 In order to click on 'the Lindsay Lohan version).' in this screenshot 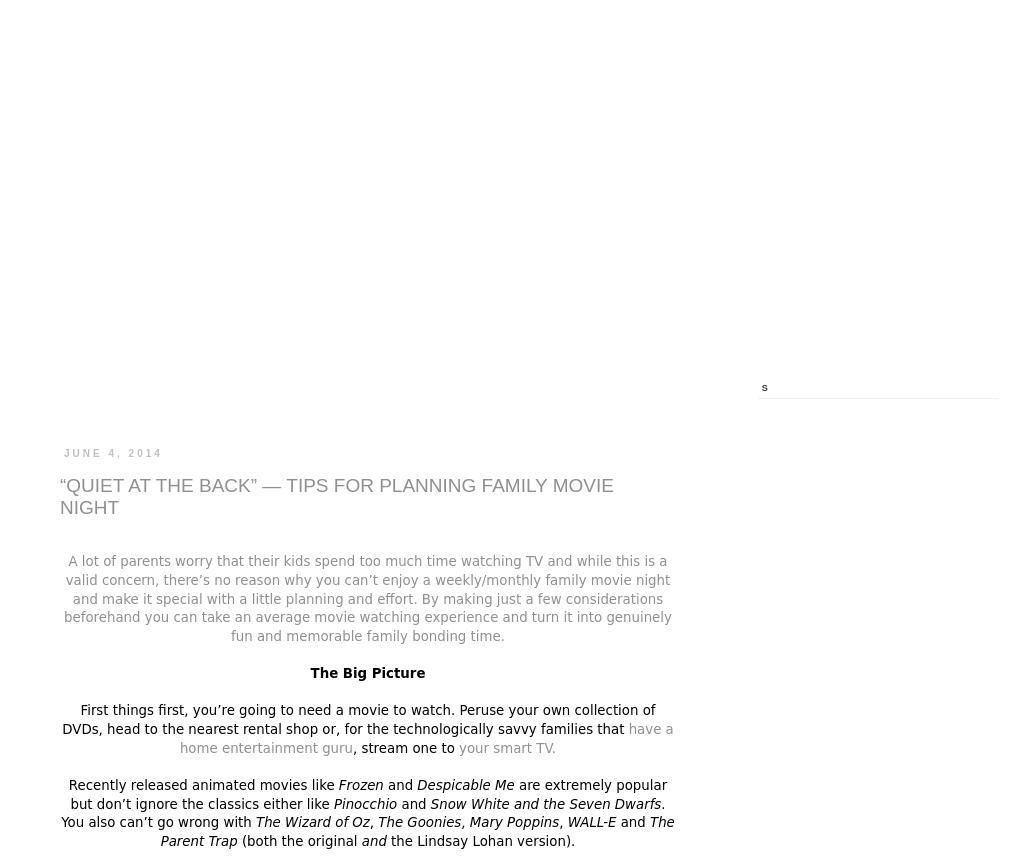, I will do `click(391, 839)`.